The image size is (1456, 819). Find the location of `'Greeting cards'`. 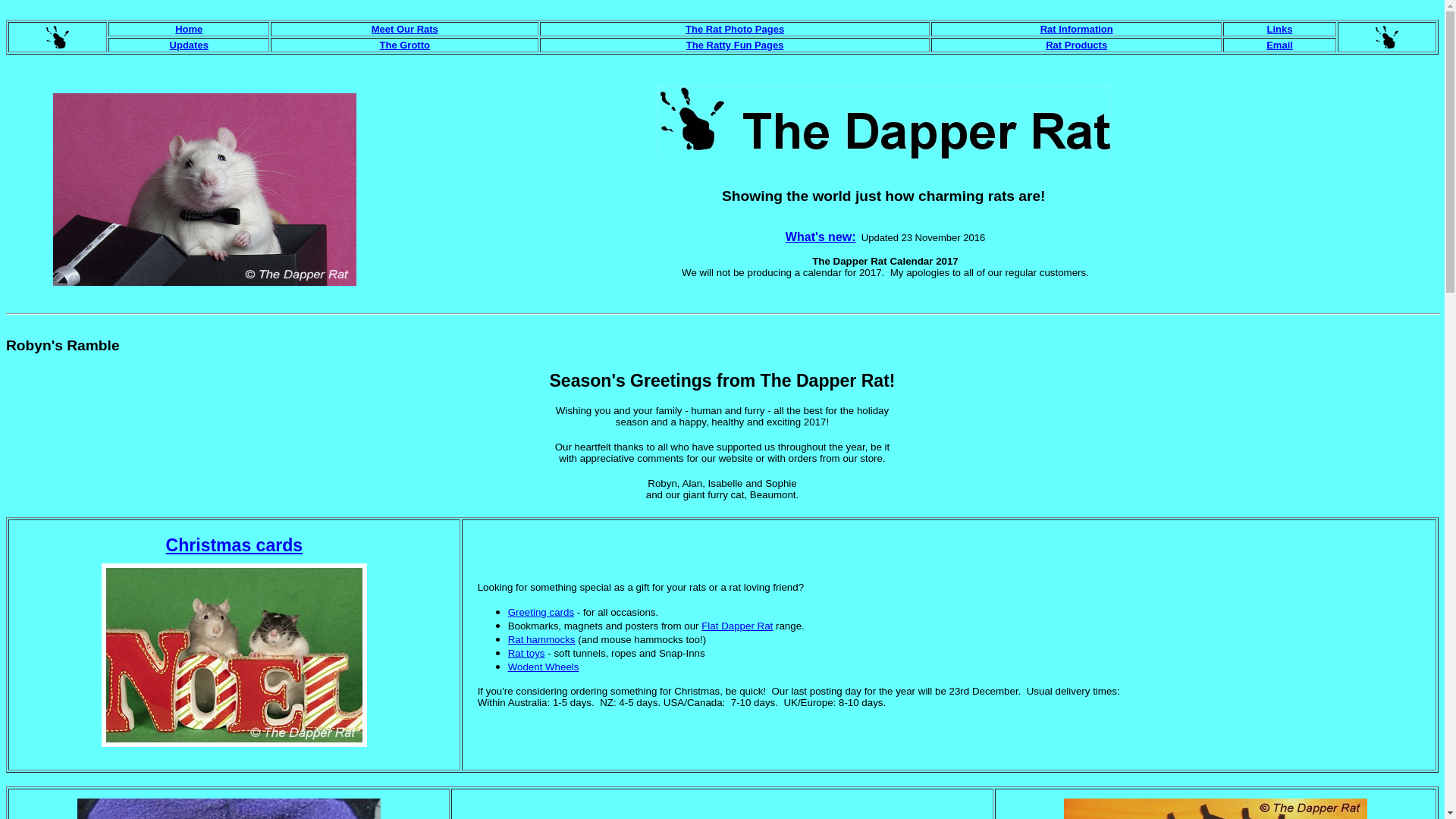

'Greeting cards' is located at coordinates (541, 611).